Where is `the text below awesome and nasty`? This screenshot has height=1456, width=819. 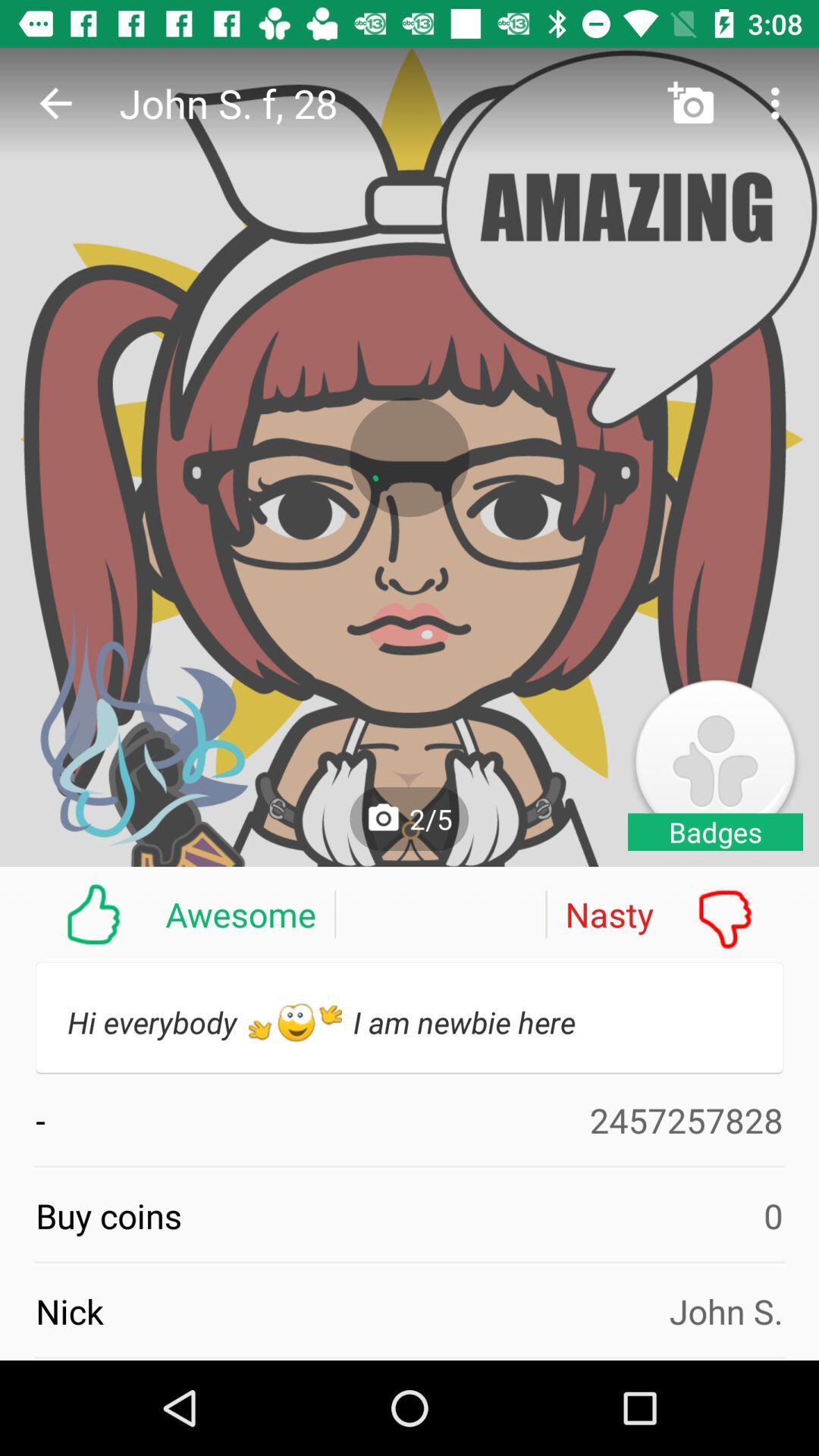 the text below awesome and nasty is located at coordinates (409, 1018).